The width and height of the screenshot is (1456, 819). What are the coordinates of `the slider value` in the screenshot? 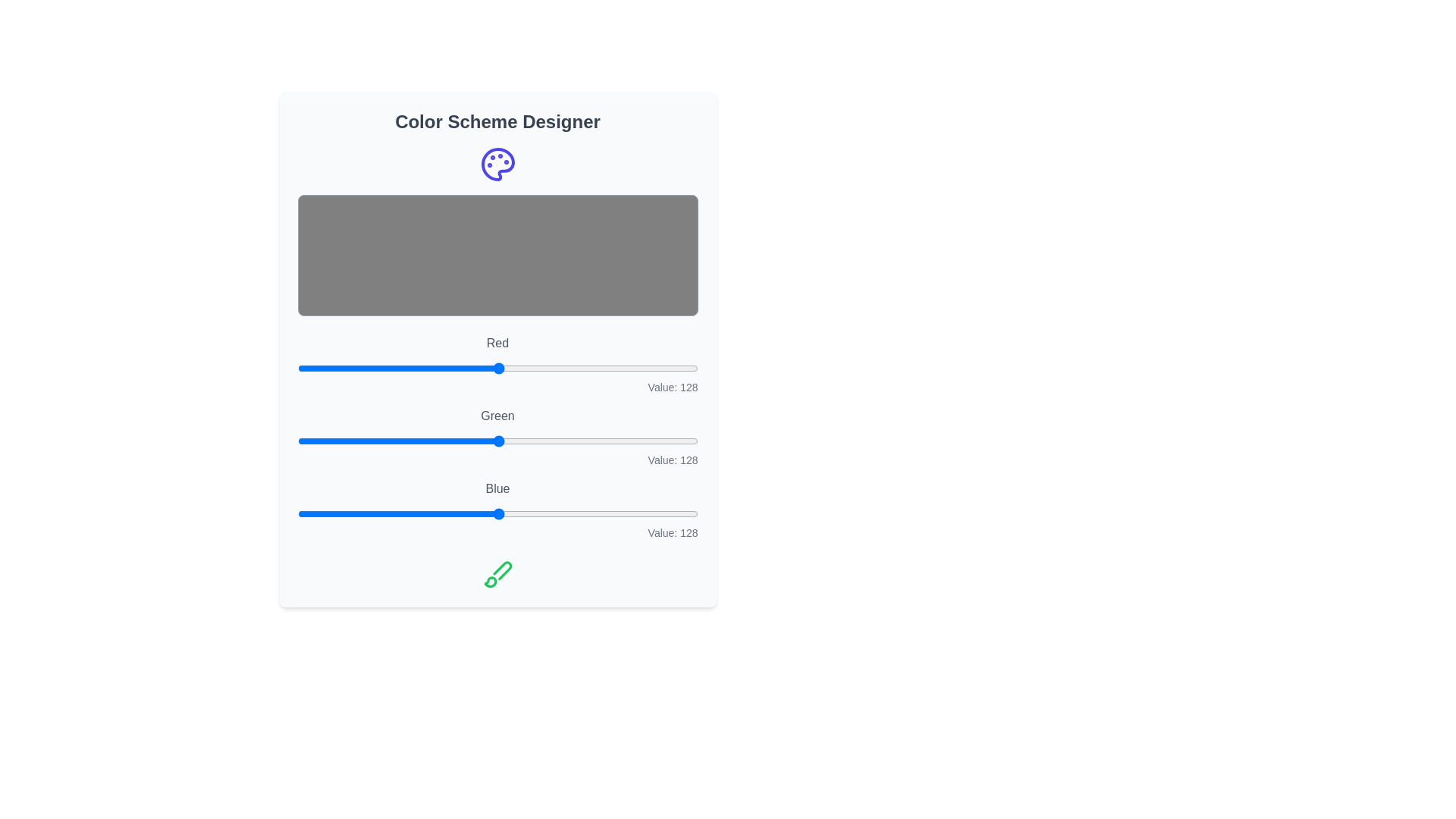 It's located at (315, 513).